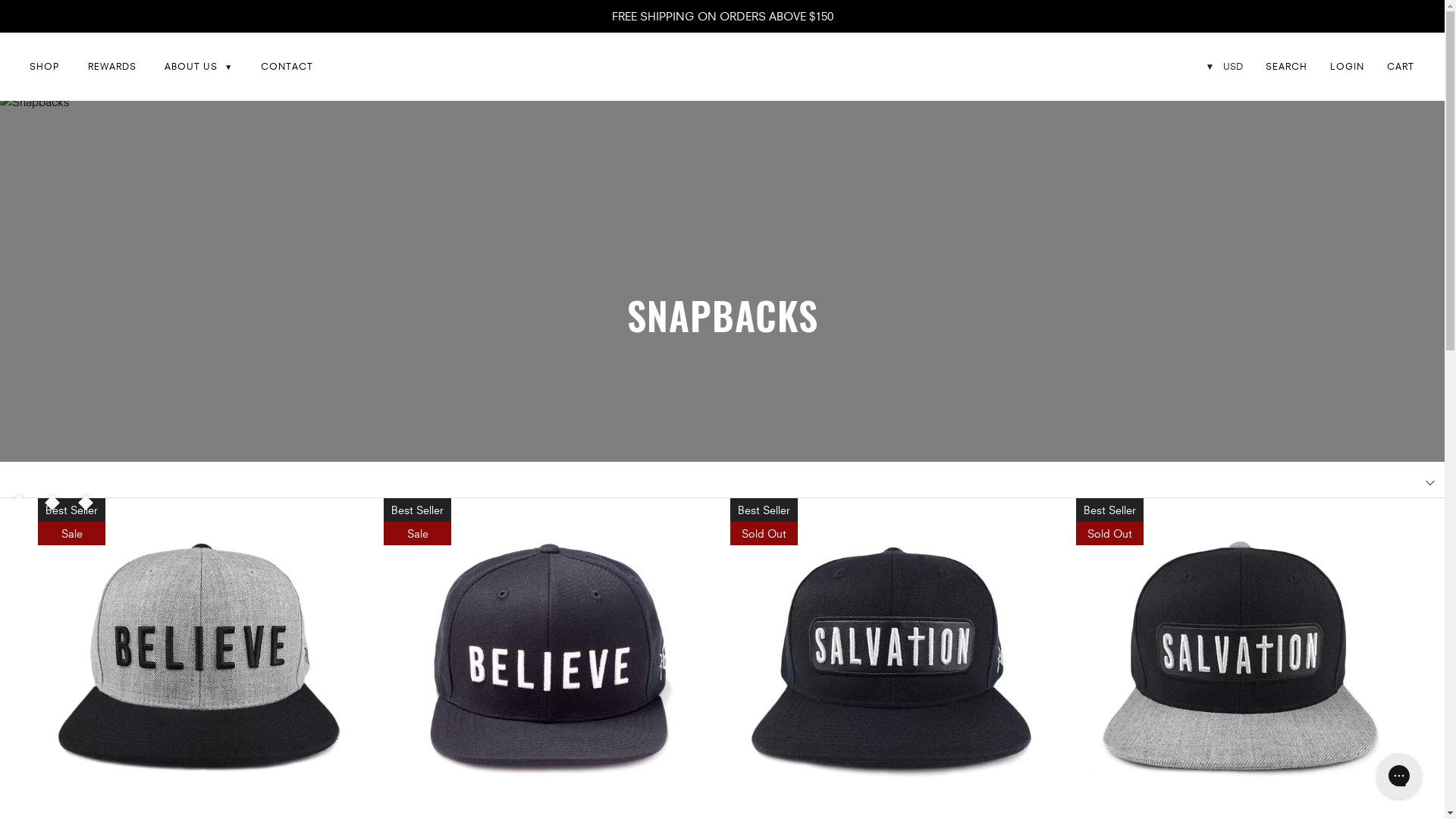  I want to click on 'EUR', so click(1222, 231).